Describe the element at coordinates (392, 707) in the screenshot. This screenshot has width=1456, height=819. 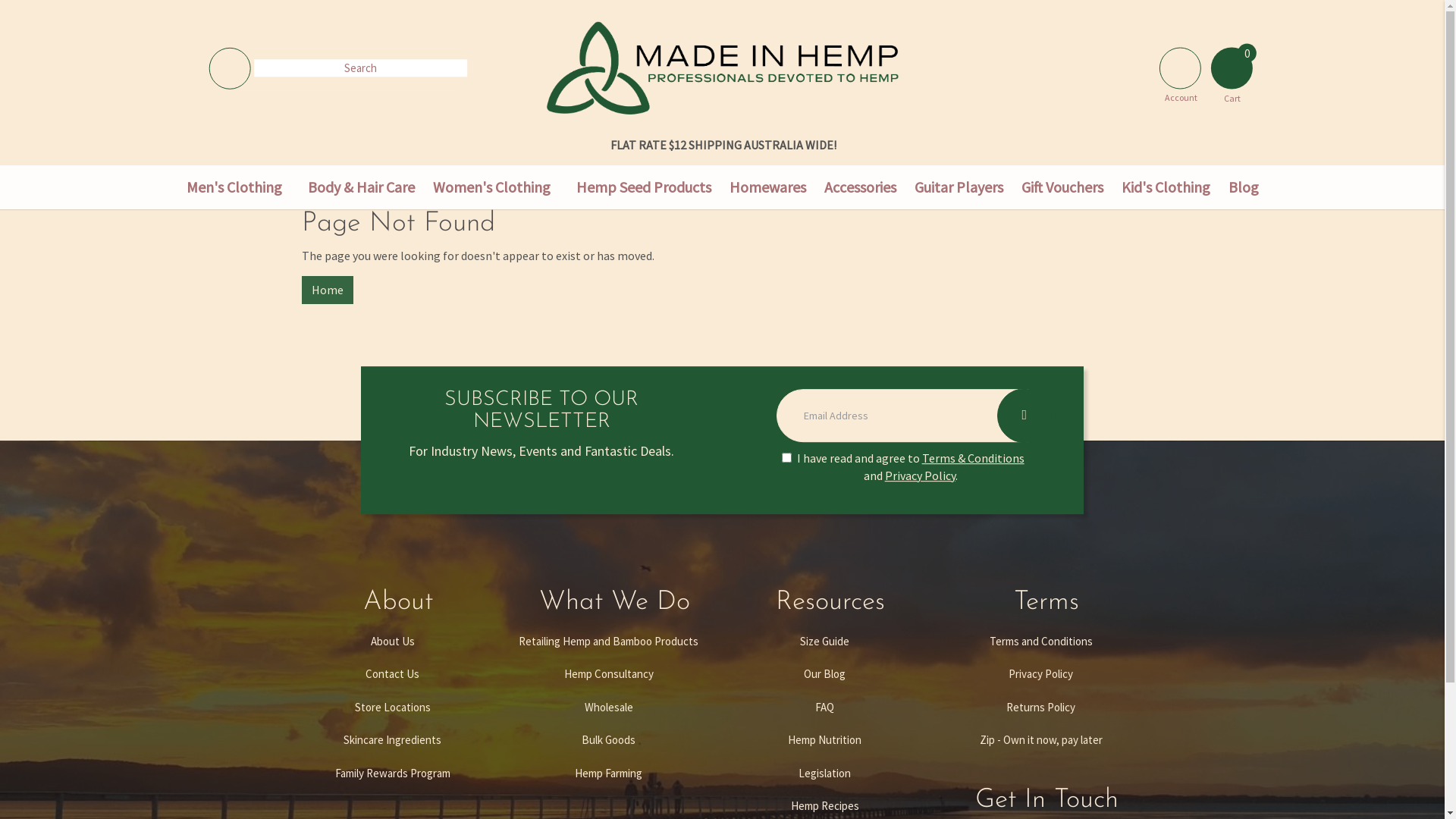
I see `'Store Locations'` at that location.